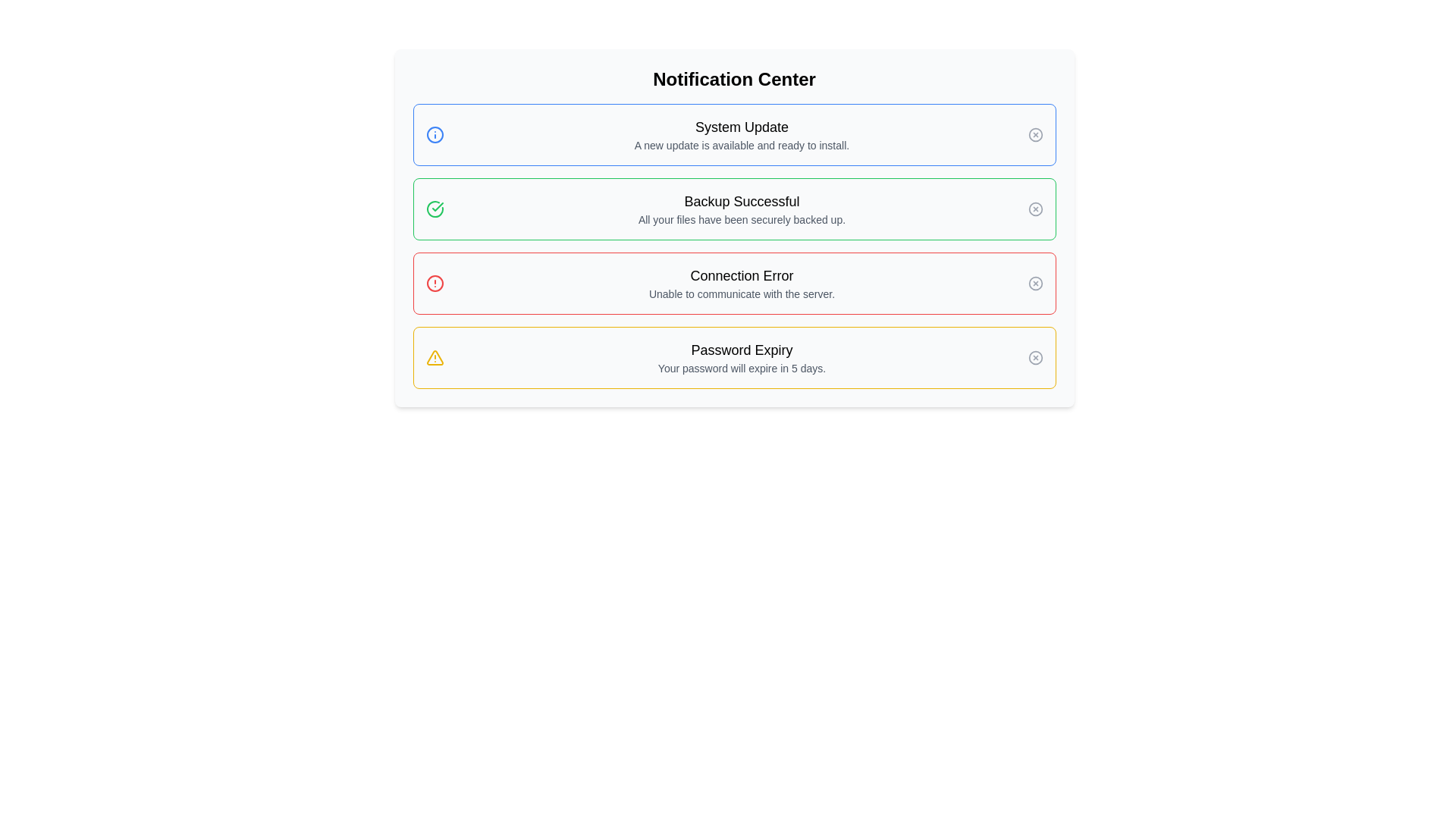  Describe the element at coordinates (1034, 284) in the screenshot. I see `the circular close icon with a cross mark located in the top-right corner of the 'Connection Error' notification card` at that location.